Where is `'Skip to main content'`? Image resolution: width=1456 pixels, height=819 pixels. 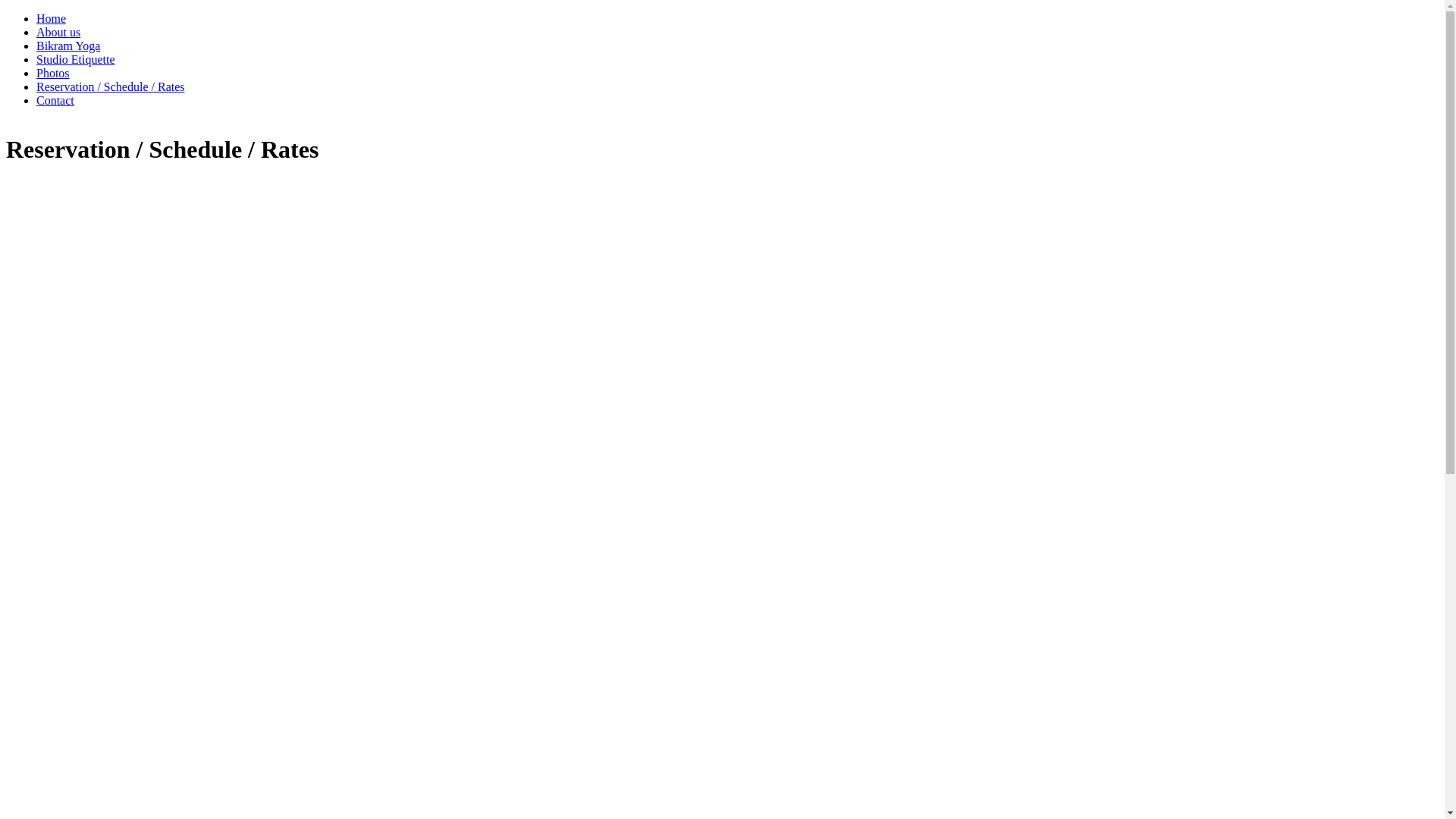 'Skip to main content' is located at coordinates (56, 12).